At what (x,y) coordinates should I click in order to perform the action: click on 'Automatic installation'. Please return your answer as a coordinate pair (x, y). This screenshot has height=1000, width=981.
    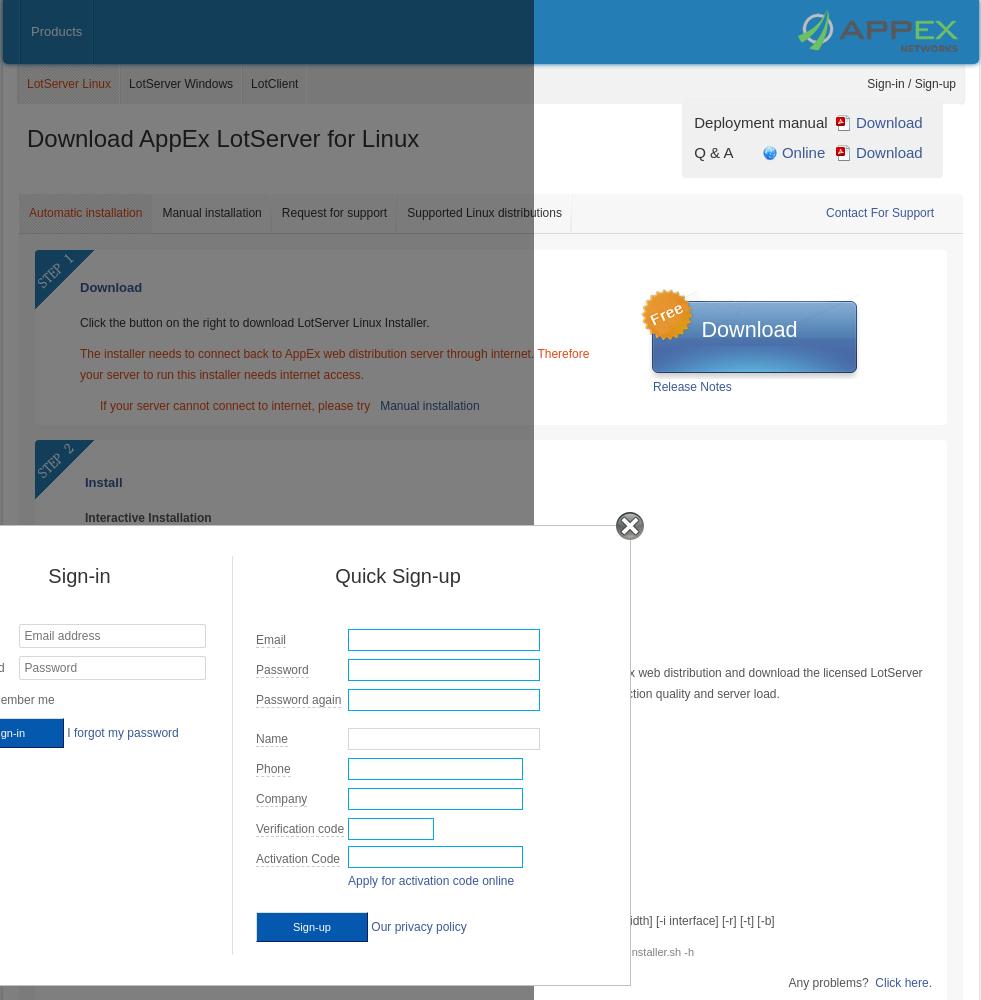
    Looking at the image, I should click on (84, 212).